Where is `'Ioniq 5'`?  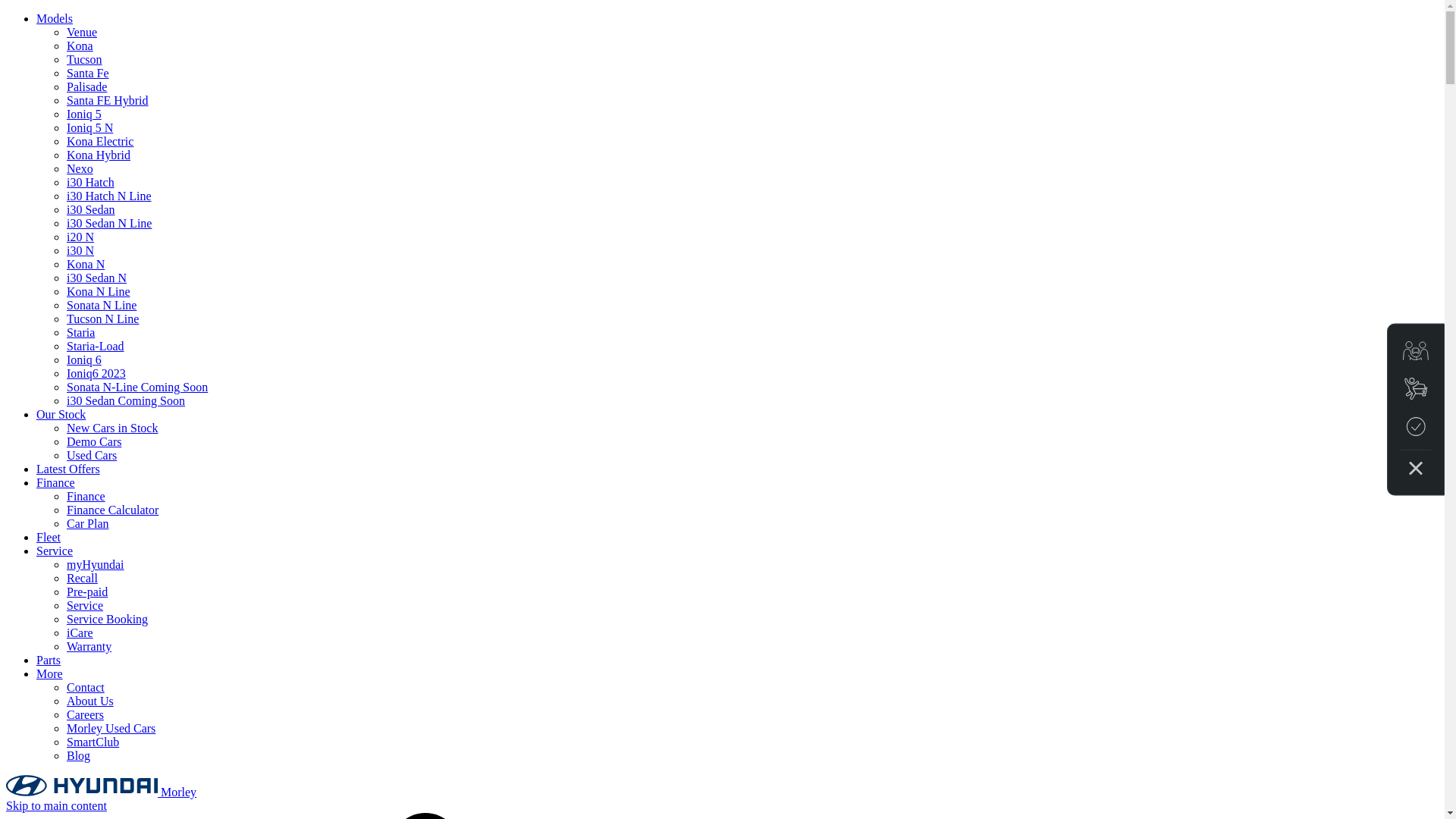 'Ioniq 5' is located at coordinates (83, 113).